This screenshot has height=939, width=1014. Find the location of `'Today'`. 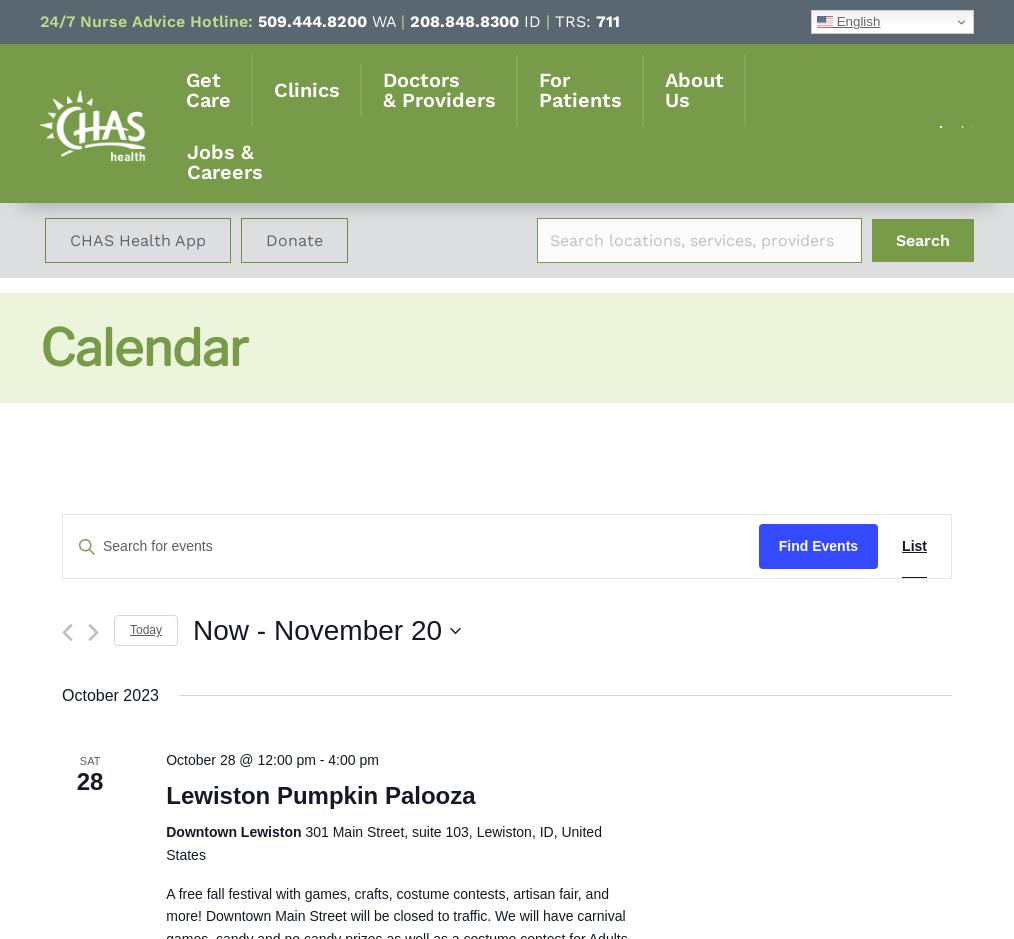

'Today' is located at coordinates (146, 628).